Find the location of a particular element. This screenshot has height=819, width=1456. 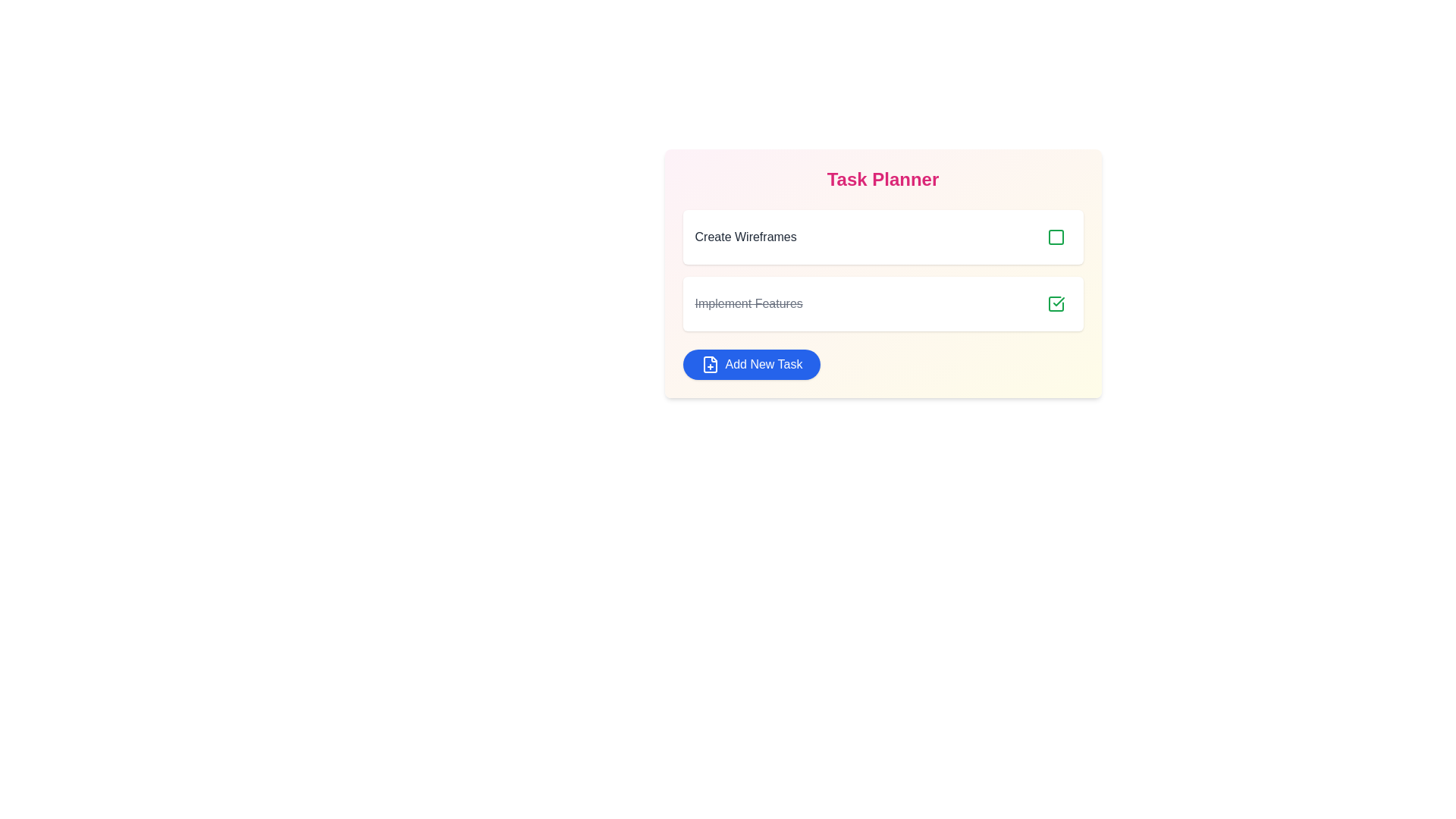

the interactive icon/button located on the upper right side of the 'Create Wireframes' text field in the 'Task Planner' section is located at coordinates (1055, 237).